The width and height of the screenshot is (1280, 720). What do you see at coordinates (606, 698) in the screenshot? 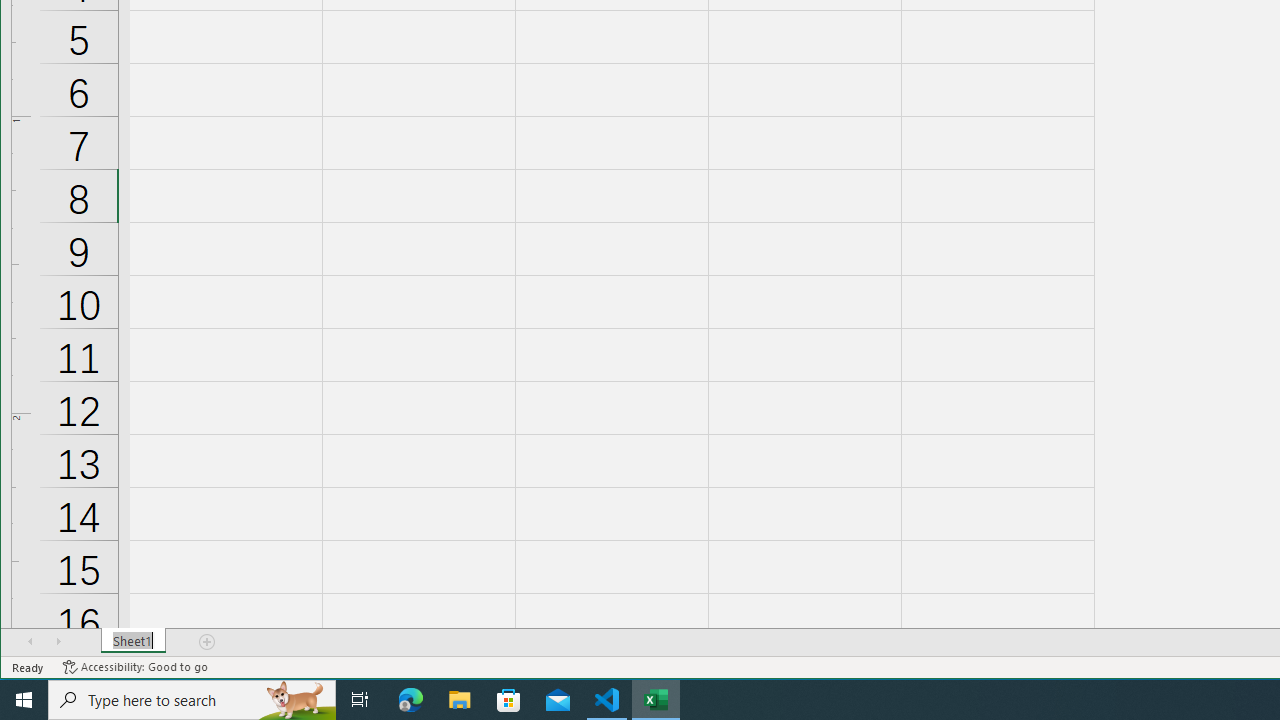
I see `'Visual Studio Code - 1 running window'` at bounding box center [606, 698].